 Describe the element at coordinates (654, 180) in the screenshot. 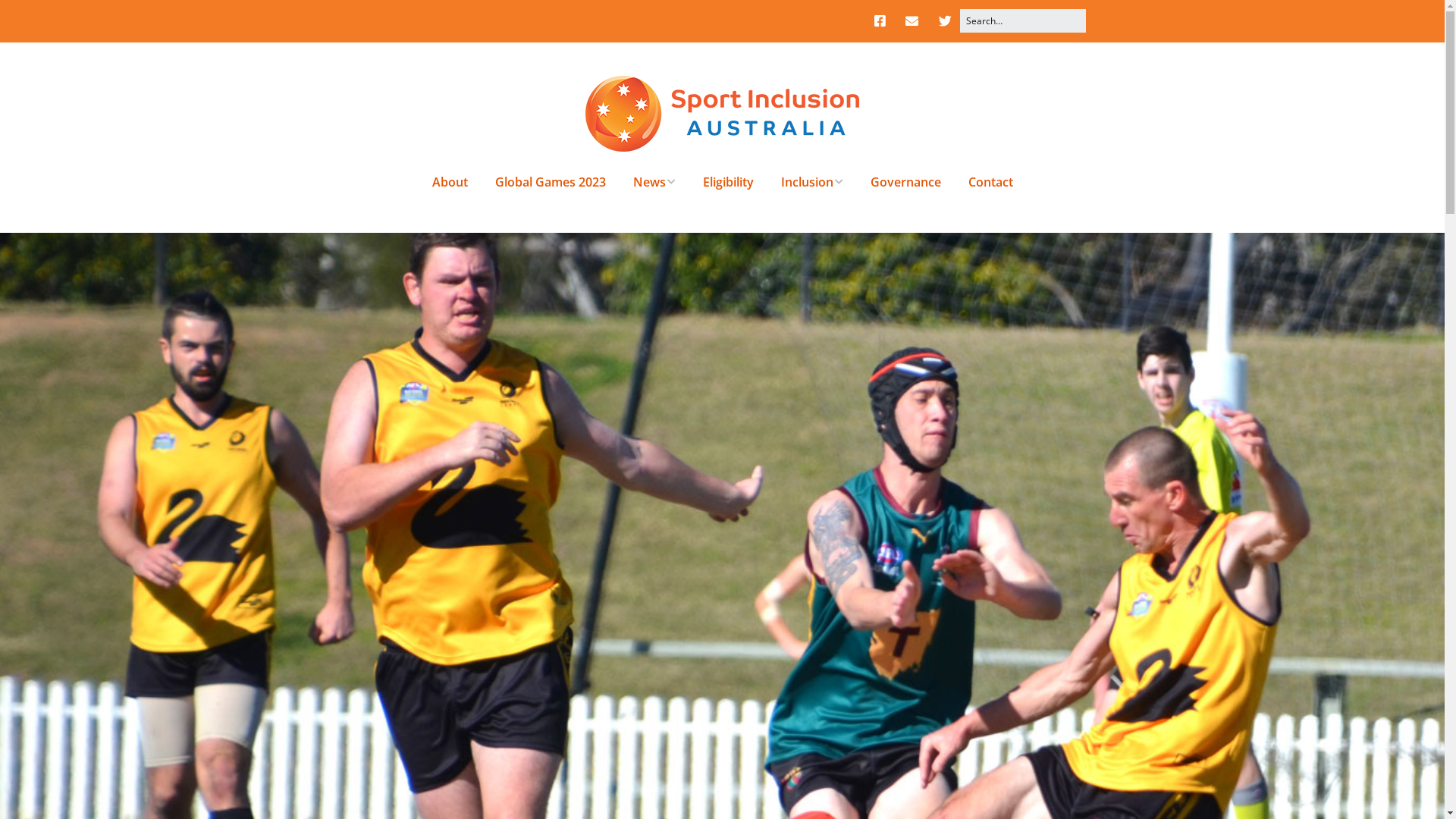

I see `'News'` at that location.